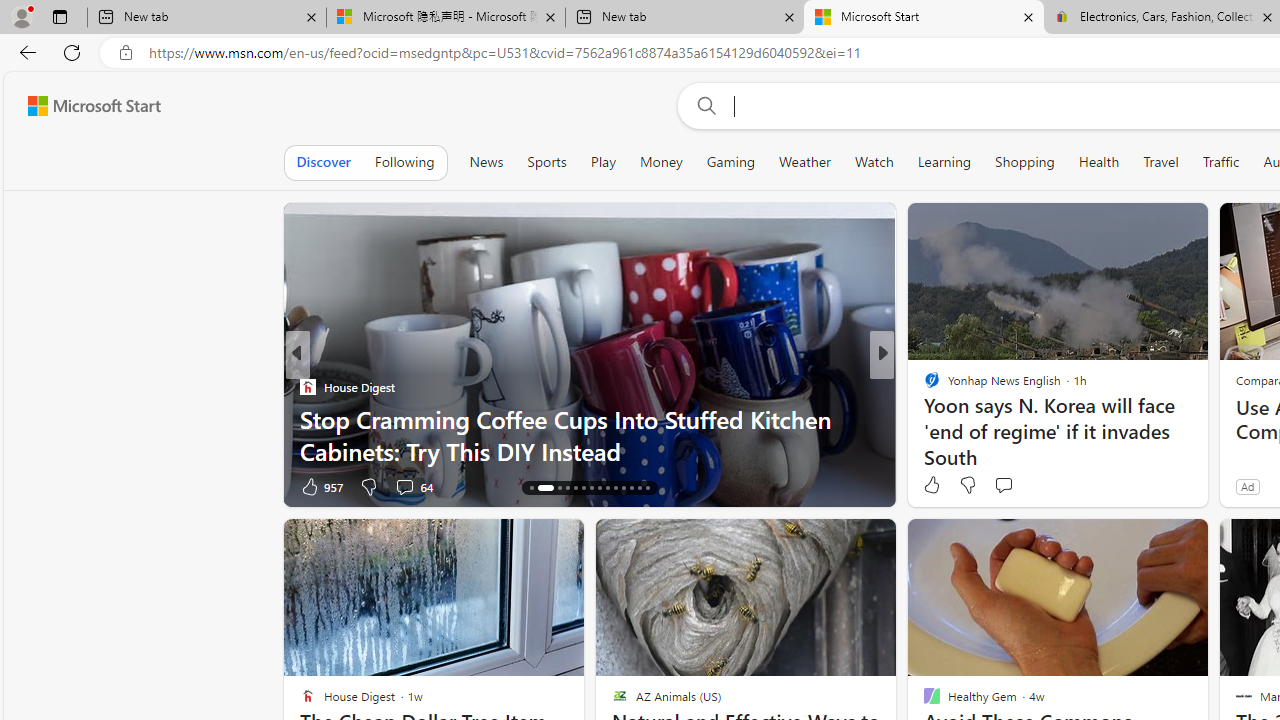 Image resolution: width=1280 pixels, height=720 pixels. I want to click on 'View comments 7 Comment', so click(1020, 486).